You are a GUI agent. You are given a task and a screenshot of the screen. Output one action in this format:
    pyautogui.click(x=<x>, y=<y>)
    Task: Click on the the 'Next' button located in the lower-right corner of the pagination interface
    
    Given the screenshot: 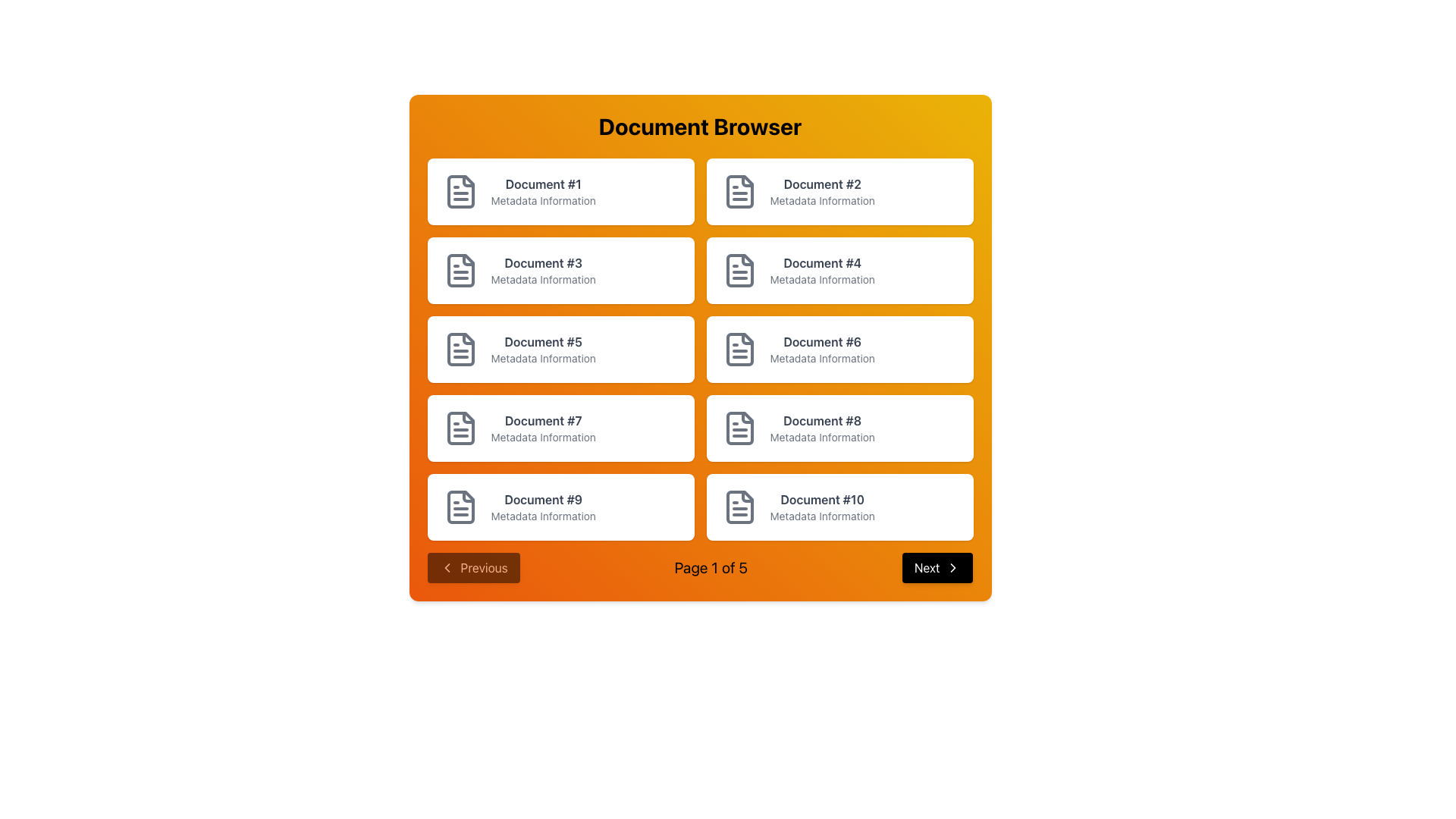 What is the action you would take?
    pyautogui.click(x=937, y=567)
    